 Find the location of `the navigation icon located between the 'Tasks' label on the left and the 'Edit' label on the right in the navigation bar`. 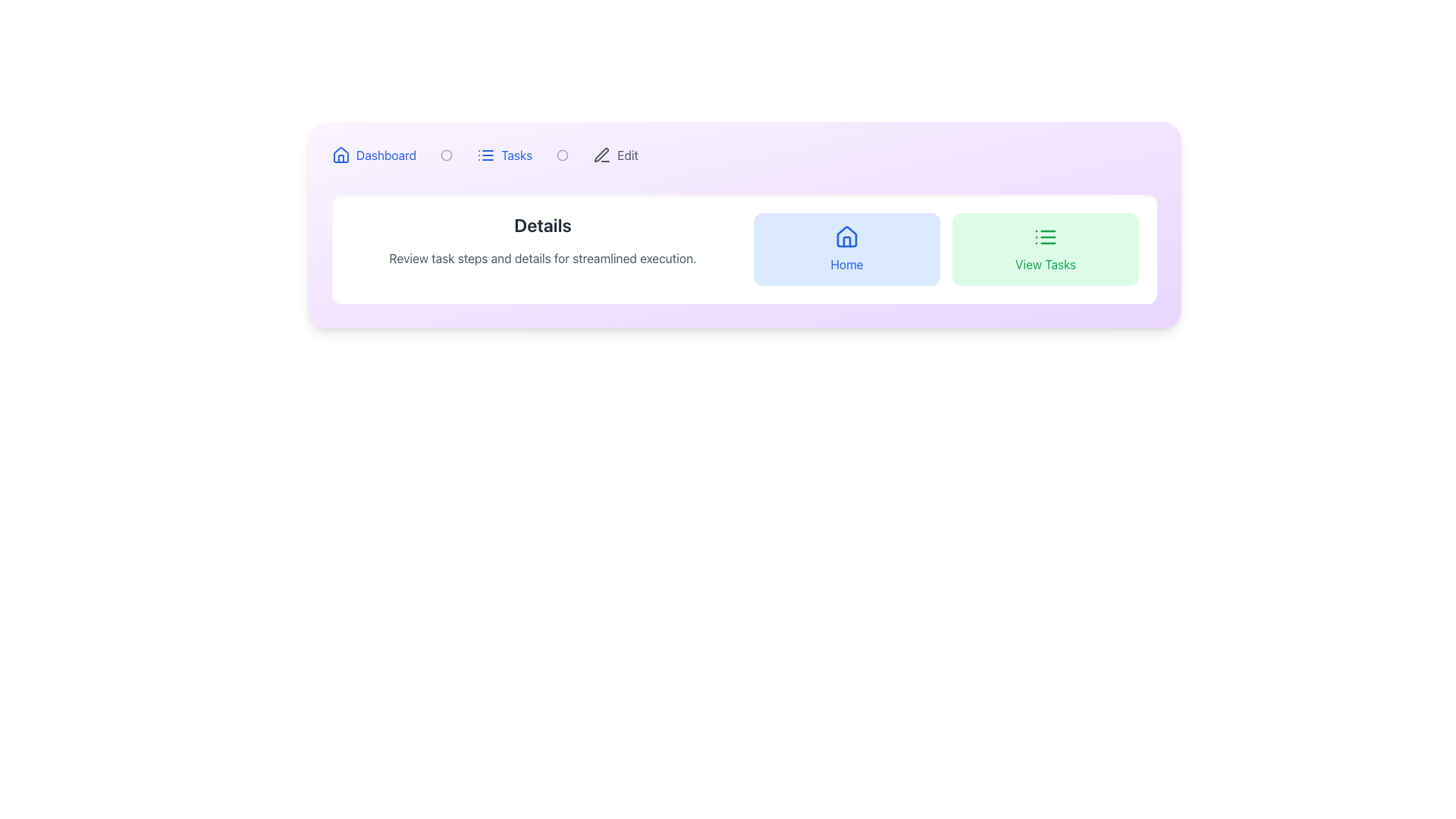

the navigation icon located between the 'Tasks' label on the left and the 'Edit' label on the right in the navigation bar is located at coordinates (562, 155).